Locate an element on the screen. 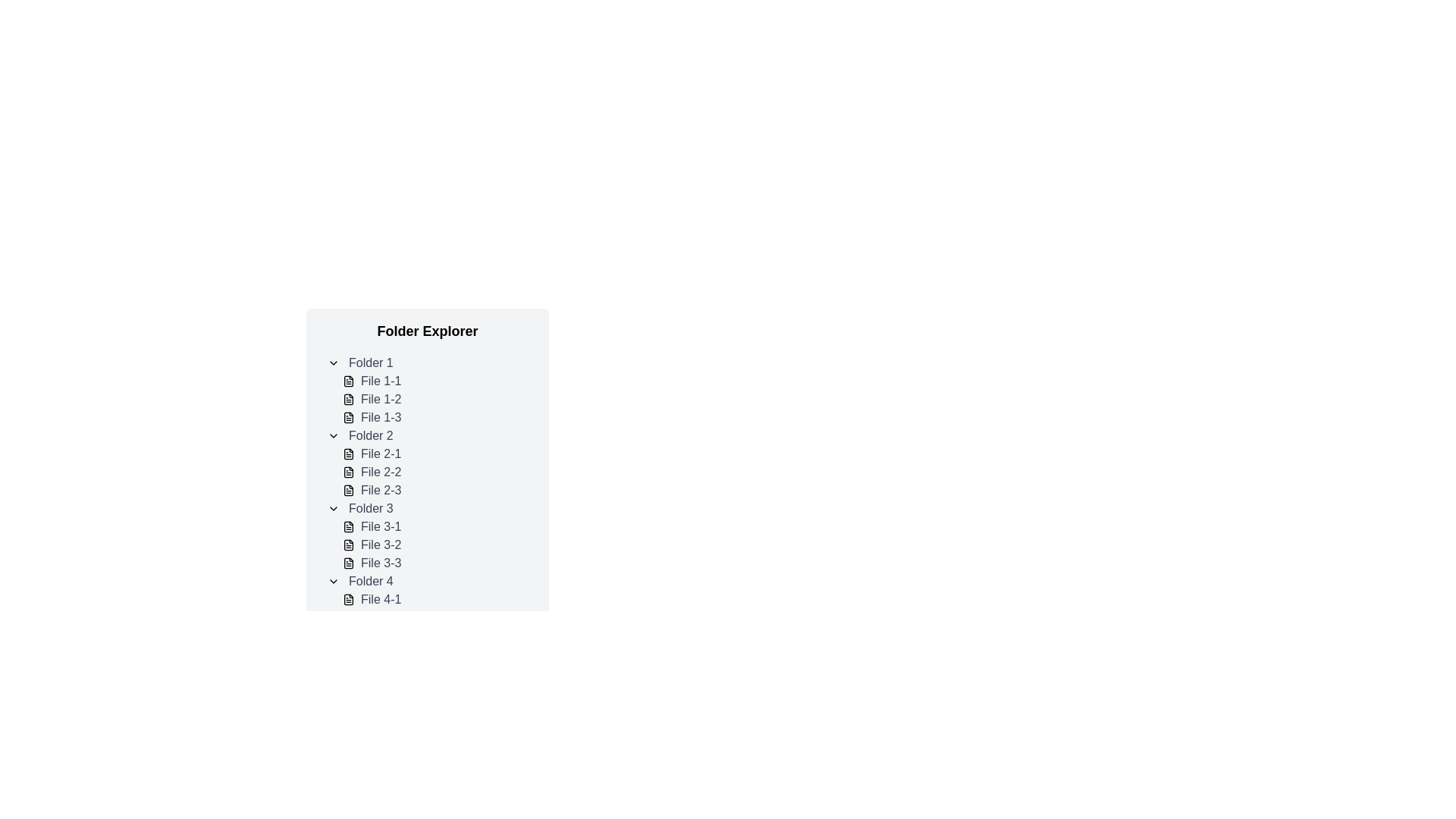 This screenshot has width=1456, height=819. the 'File 1-1' file item in the folder explorer is located at coordinates (439, 380).